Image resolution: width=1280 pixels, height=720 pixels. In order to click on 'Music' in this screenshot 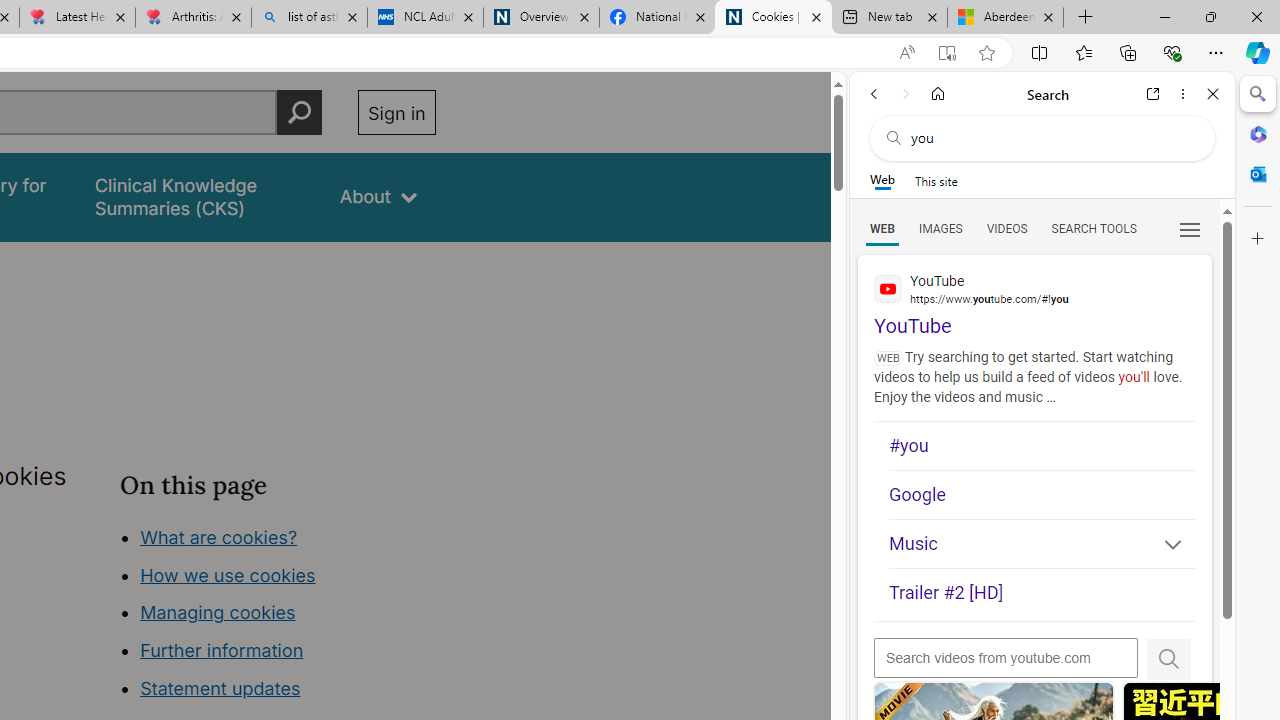, I will do `click(1041, 543)`.